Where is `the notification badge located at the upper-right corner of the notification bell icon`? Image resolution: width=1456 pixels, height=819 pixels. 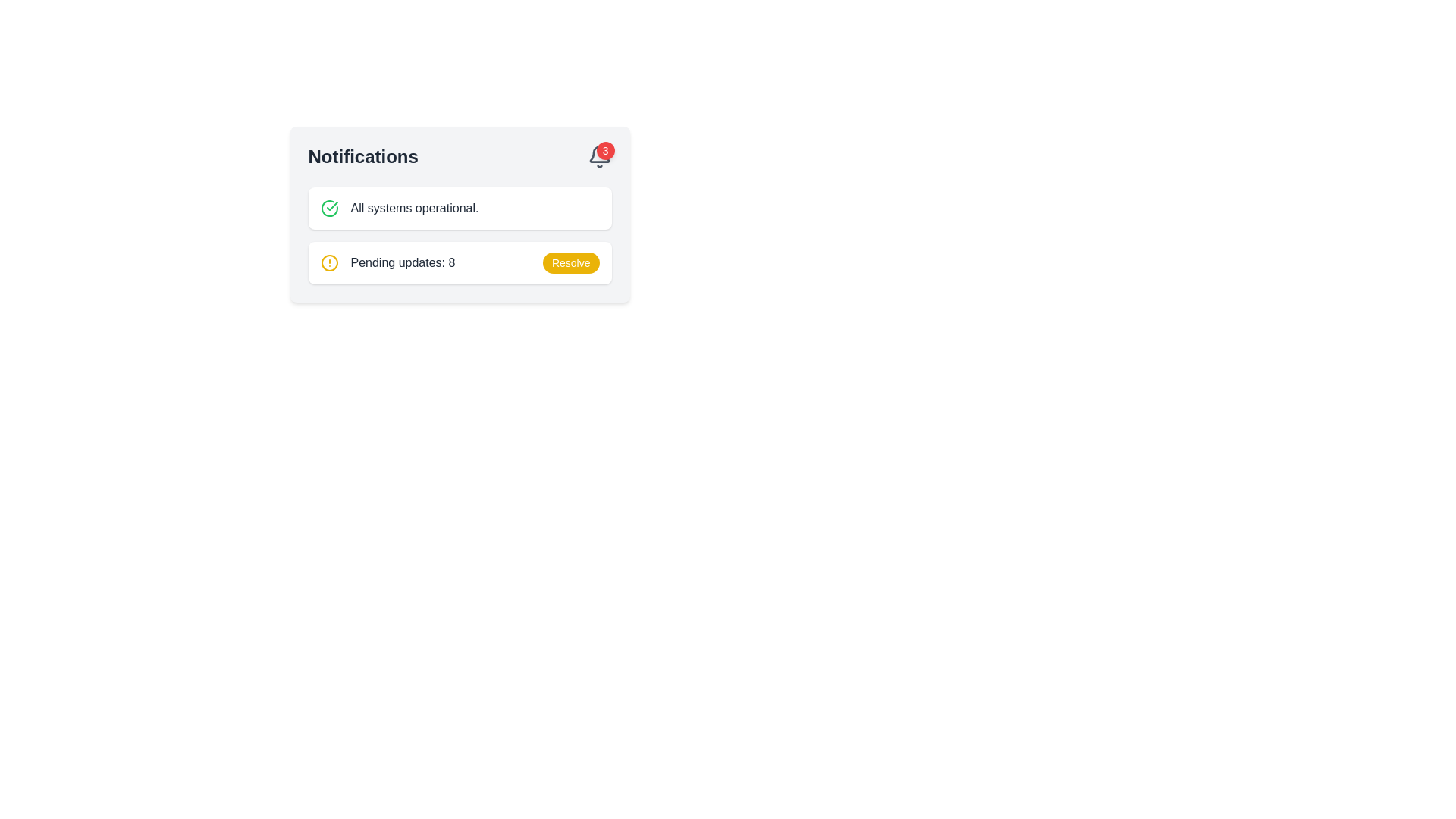 the notification badge located at the upper-right corner of the notification bell icon is located at coordinates (604, 151).